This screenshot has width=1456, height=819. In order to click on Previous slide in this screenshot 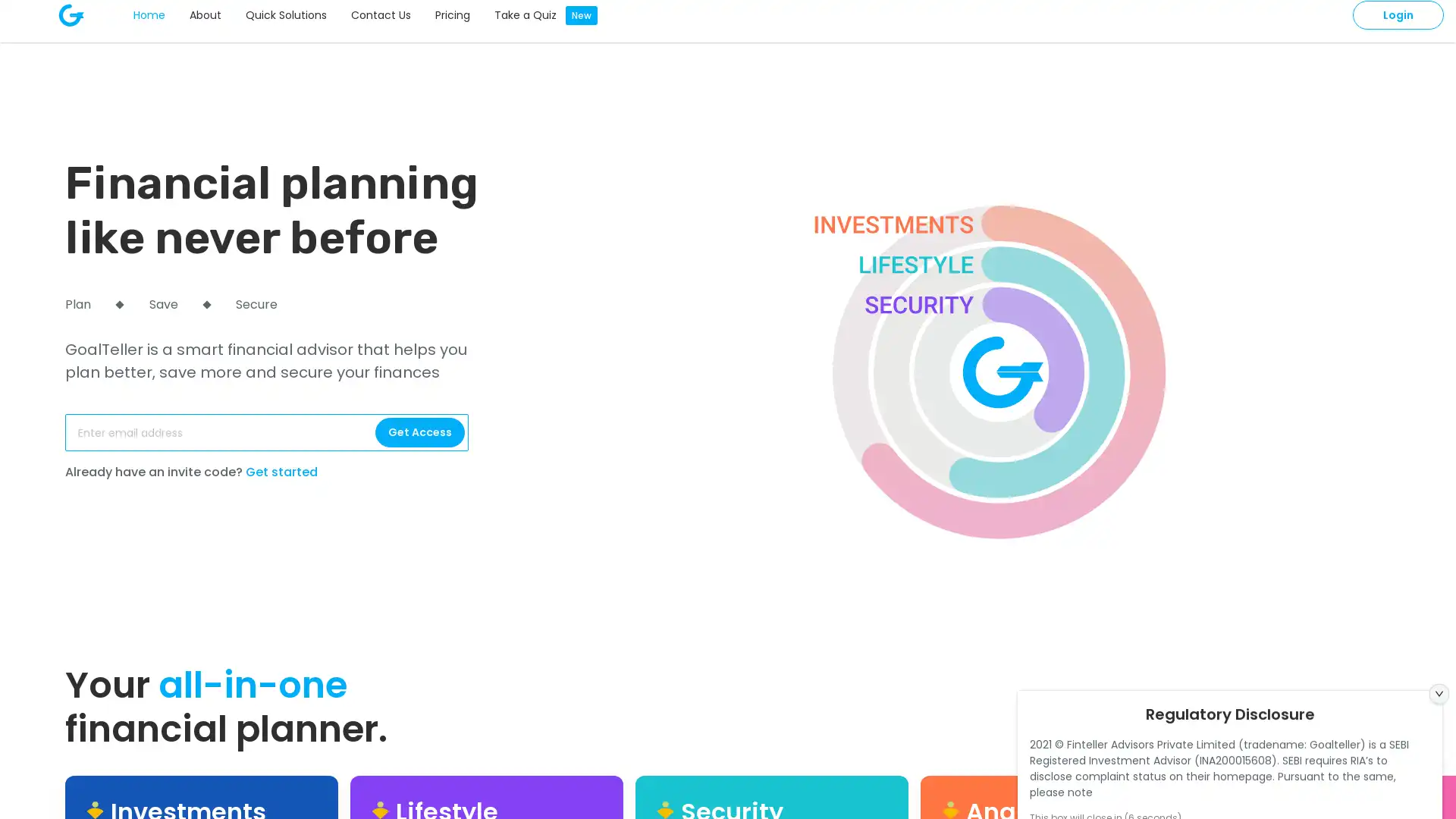, I will do `click(1404, 754)`.